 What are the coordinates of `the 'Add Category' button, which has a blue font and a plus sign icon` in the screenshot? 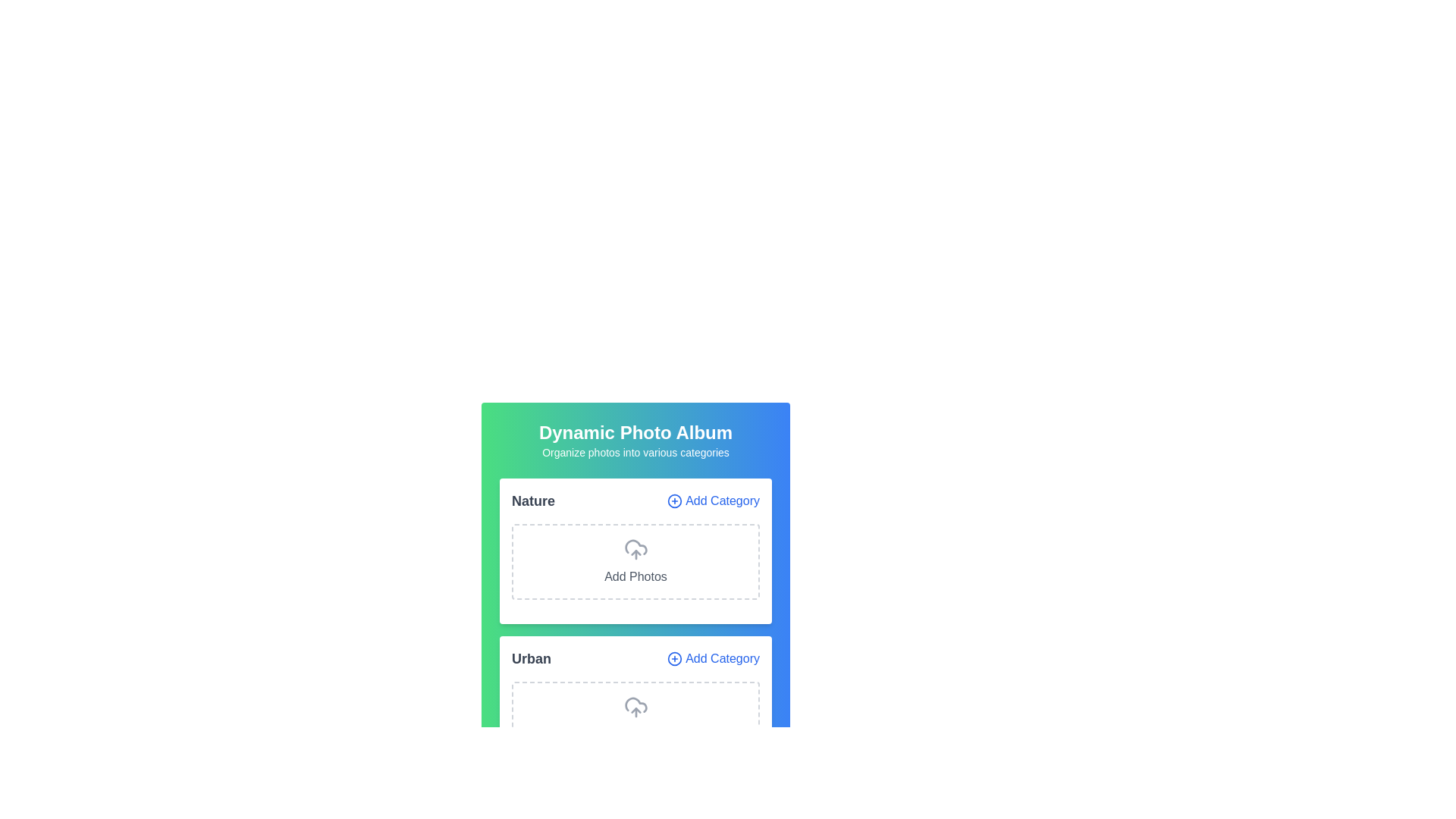 It's located at (712, 500).